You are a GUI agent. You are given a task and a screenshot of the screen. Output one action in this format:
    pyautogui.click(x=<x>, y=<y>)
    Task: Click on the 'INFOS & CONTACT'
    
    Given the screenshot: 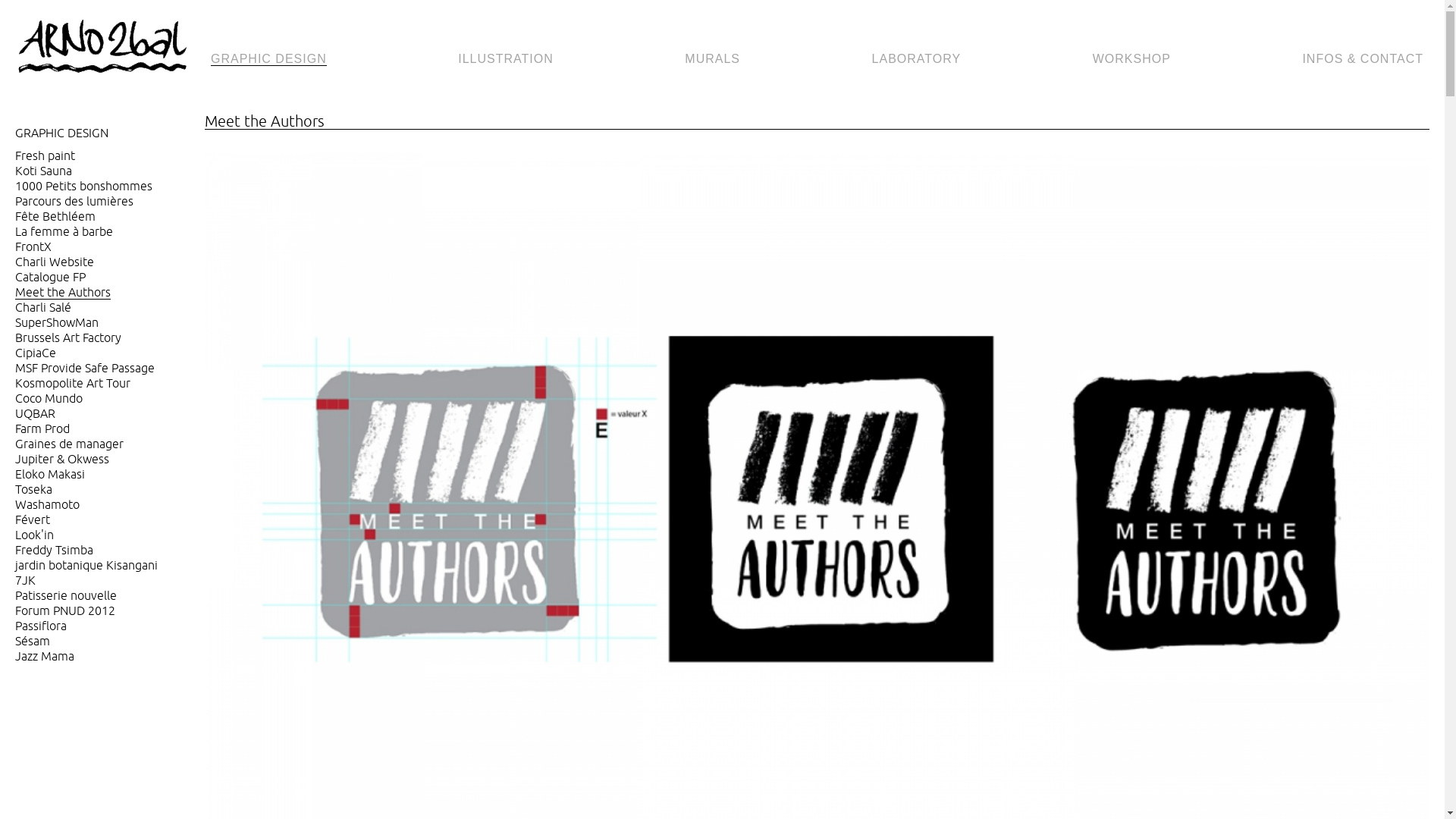 What is the action you would take?
    pyautogui.click(x=1362, y=58)
    